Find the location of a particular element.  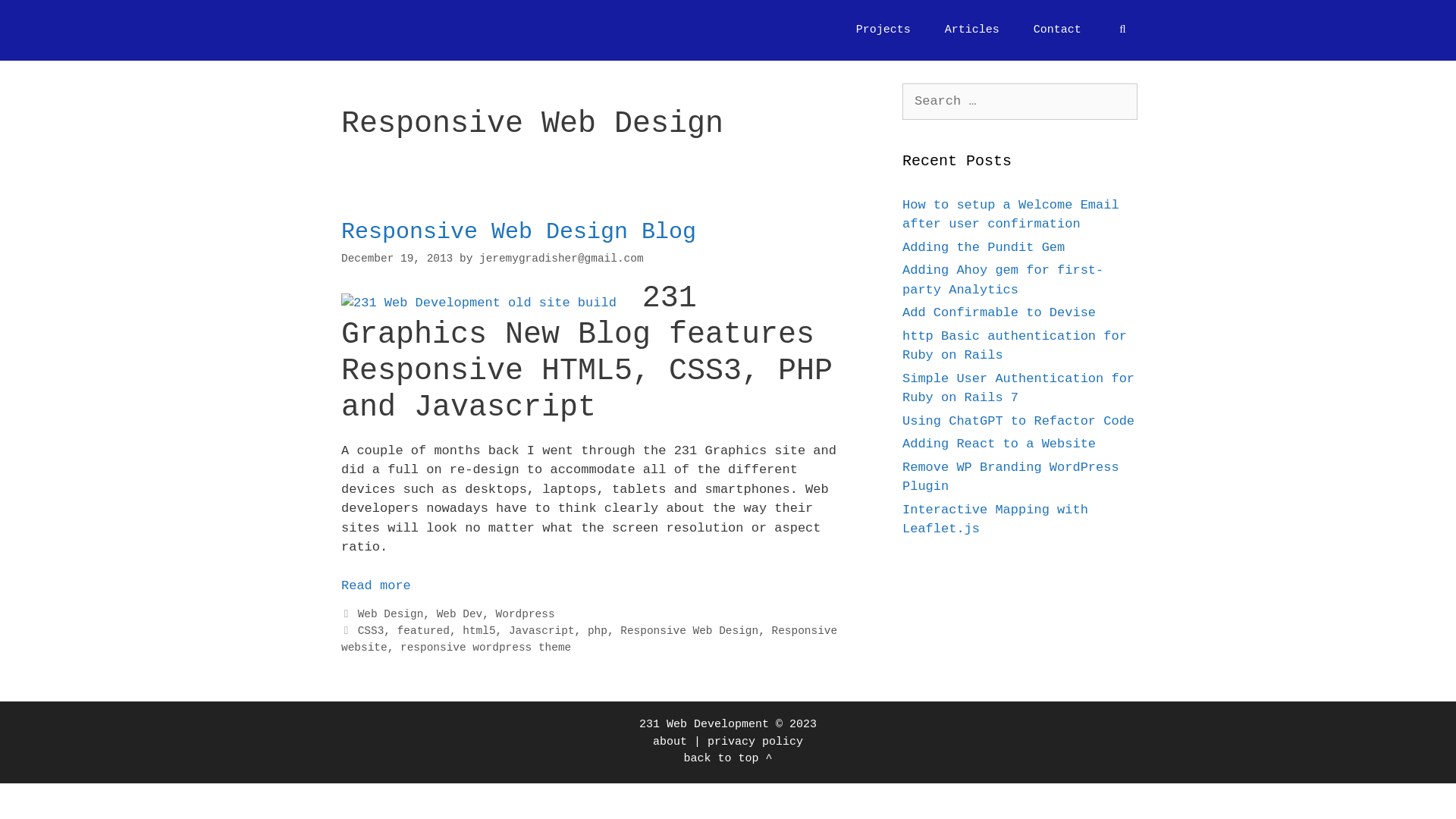

'php' is located at coordinates (596, 631).